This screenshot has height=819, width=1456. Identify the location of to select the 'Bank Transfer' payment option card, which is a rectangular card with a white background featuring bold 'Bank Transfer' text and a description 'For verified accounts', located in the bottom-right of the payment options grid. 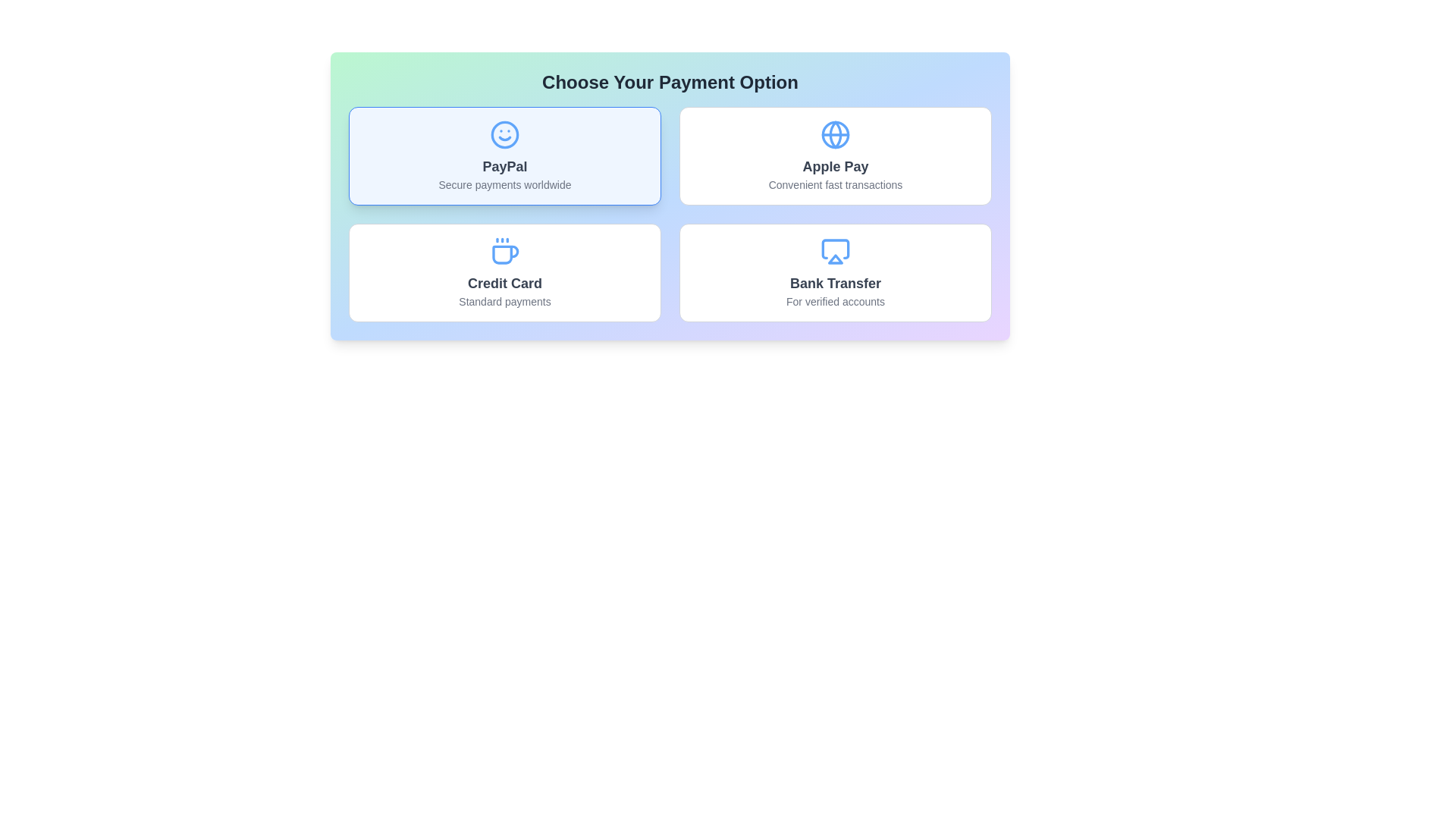
(835, 271).